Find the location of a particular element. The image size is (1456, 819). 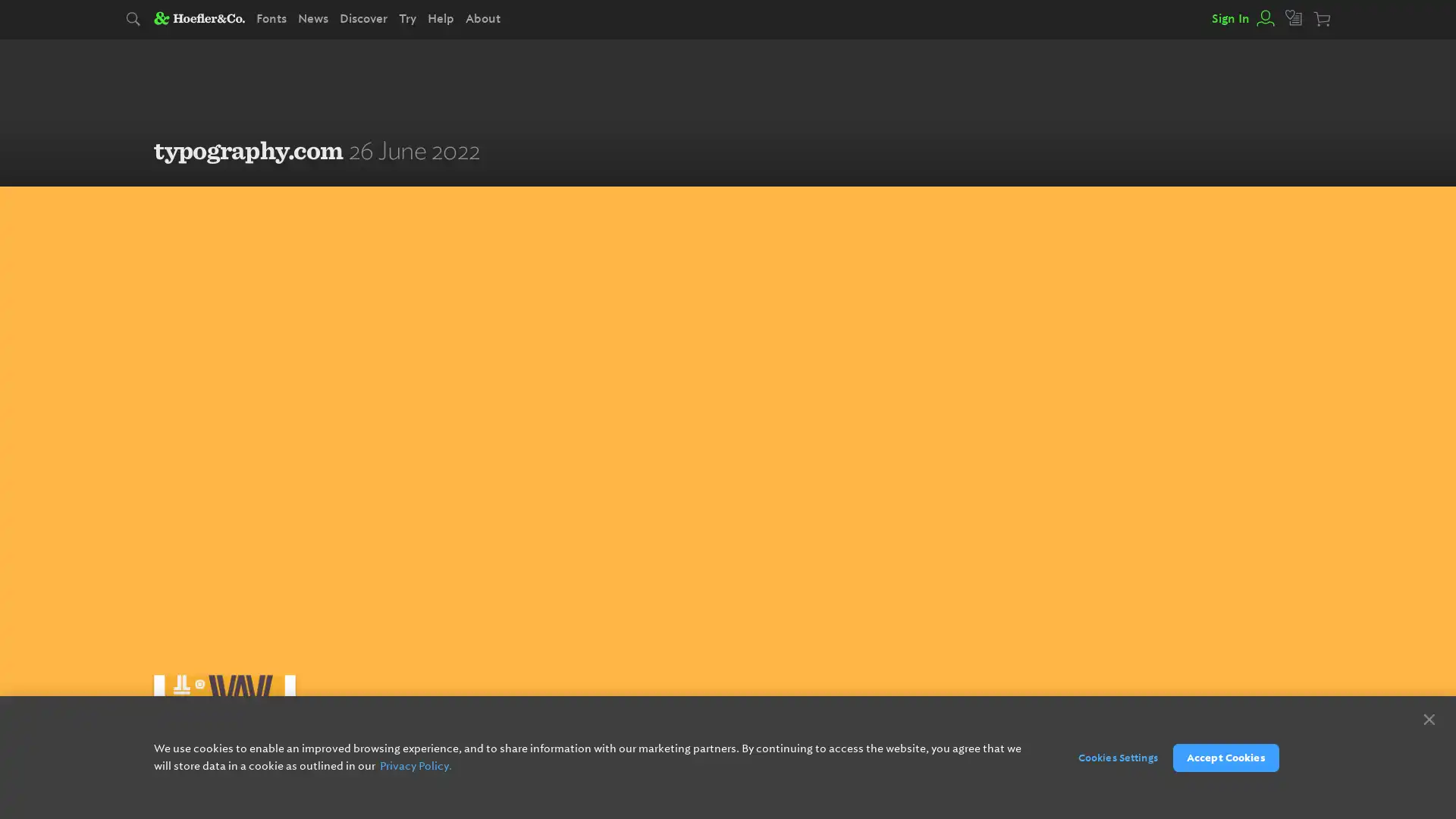

View your account is located at coordinates (1263, 18).